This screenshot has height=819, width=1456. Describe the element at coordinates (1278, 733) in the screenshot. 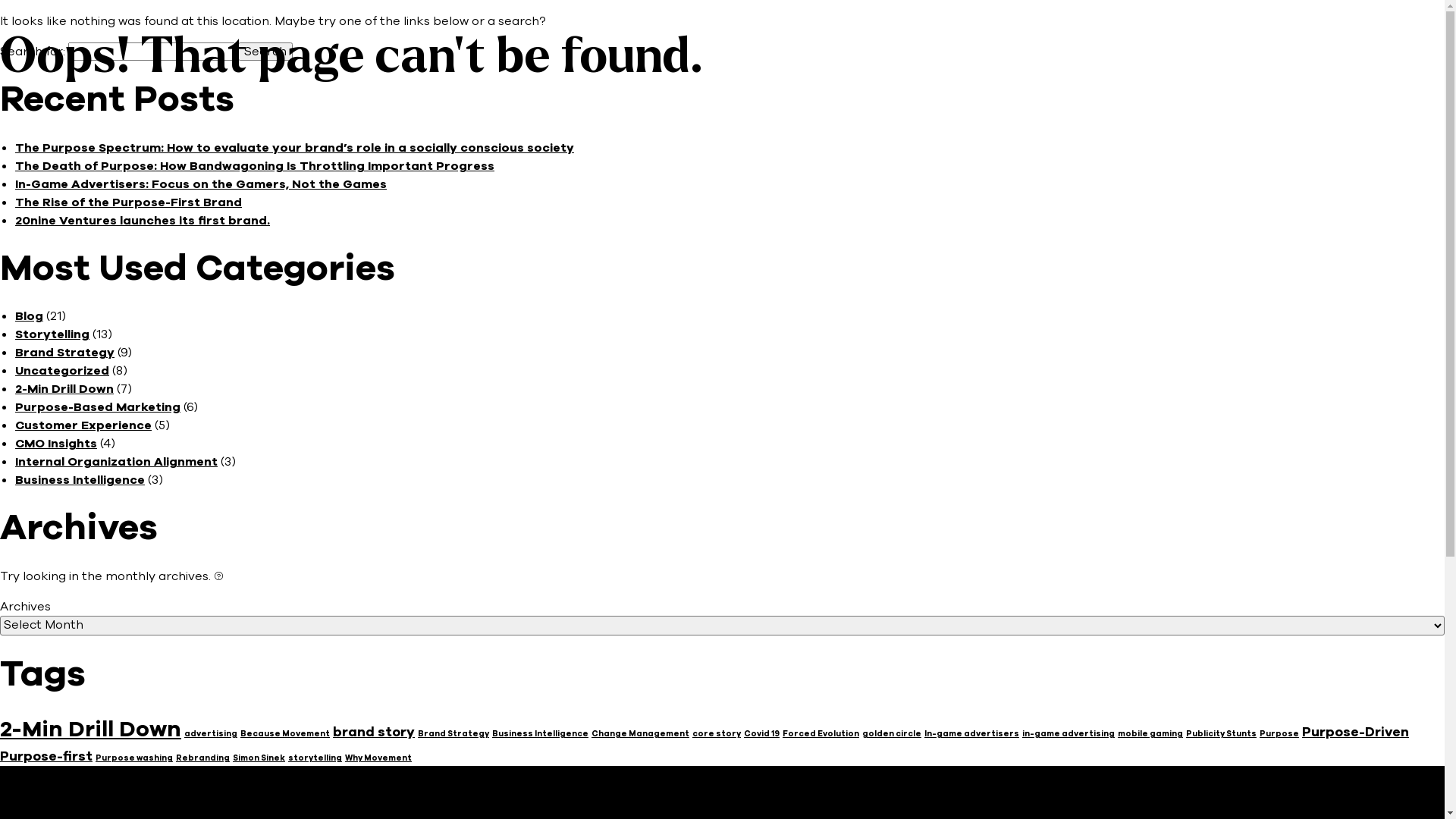

I see `'Purpose'` at that location.